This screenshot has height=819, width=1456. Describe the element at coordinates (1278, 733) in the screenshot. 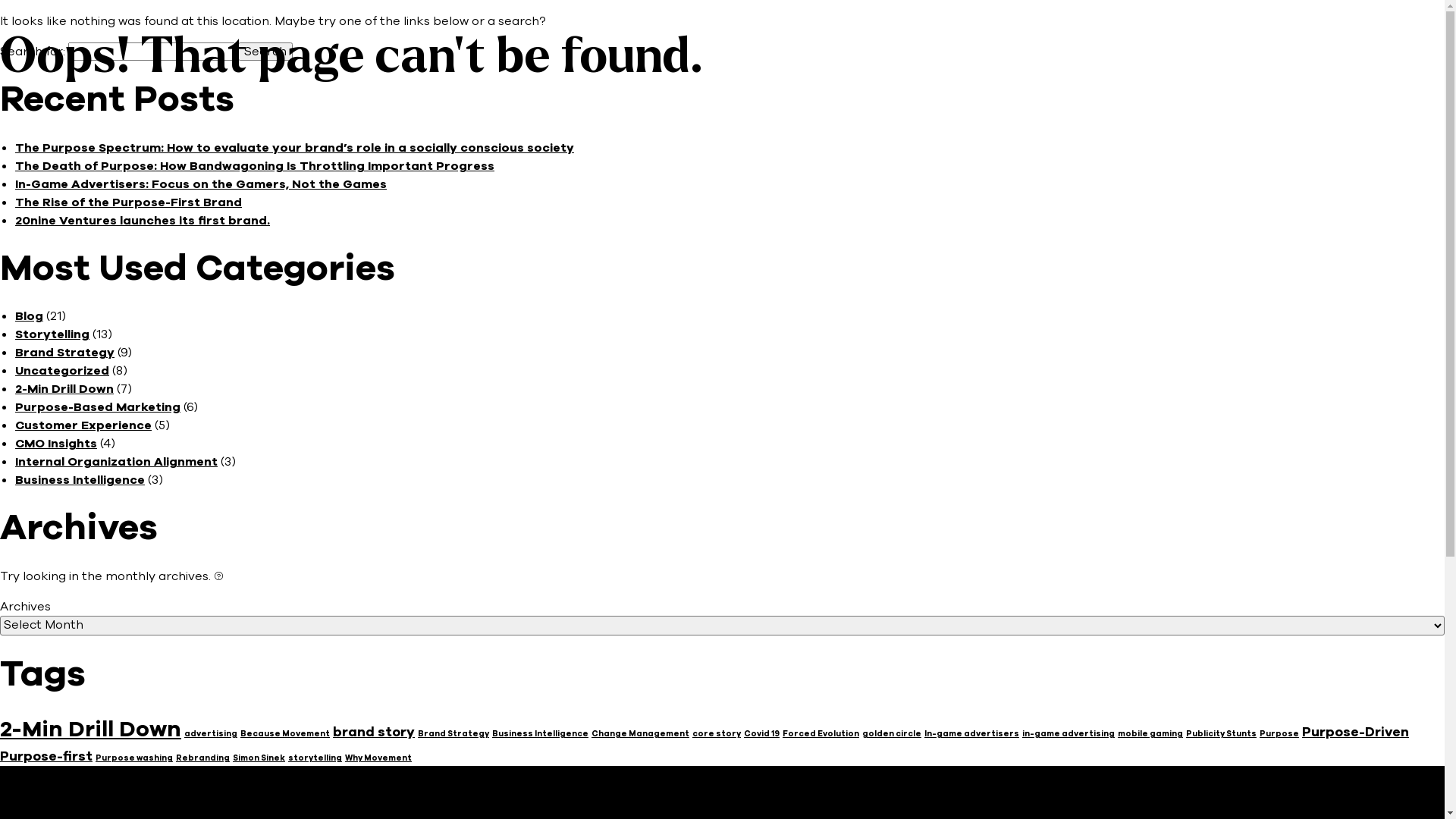

I see `'Purpose'` at that location.